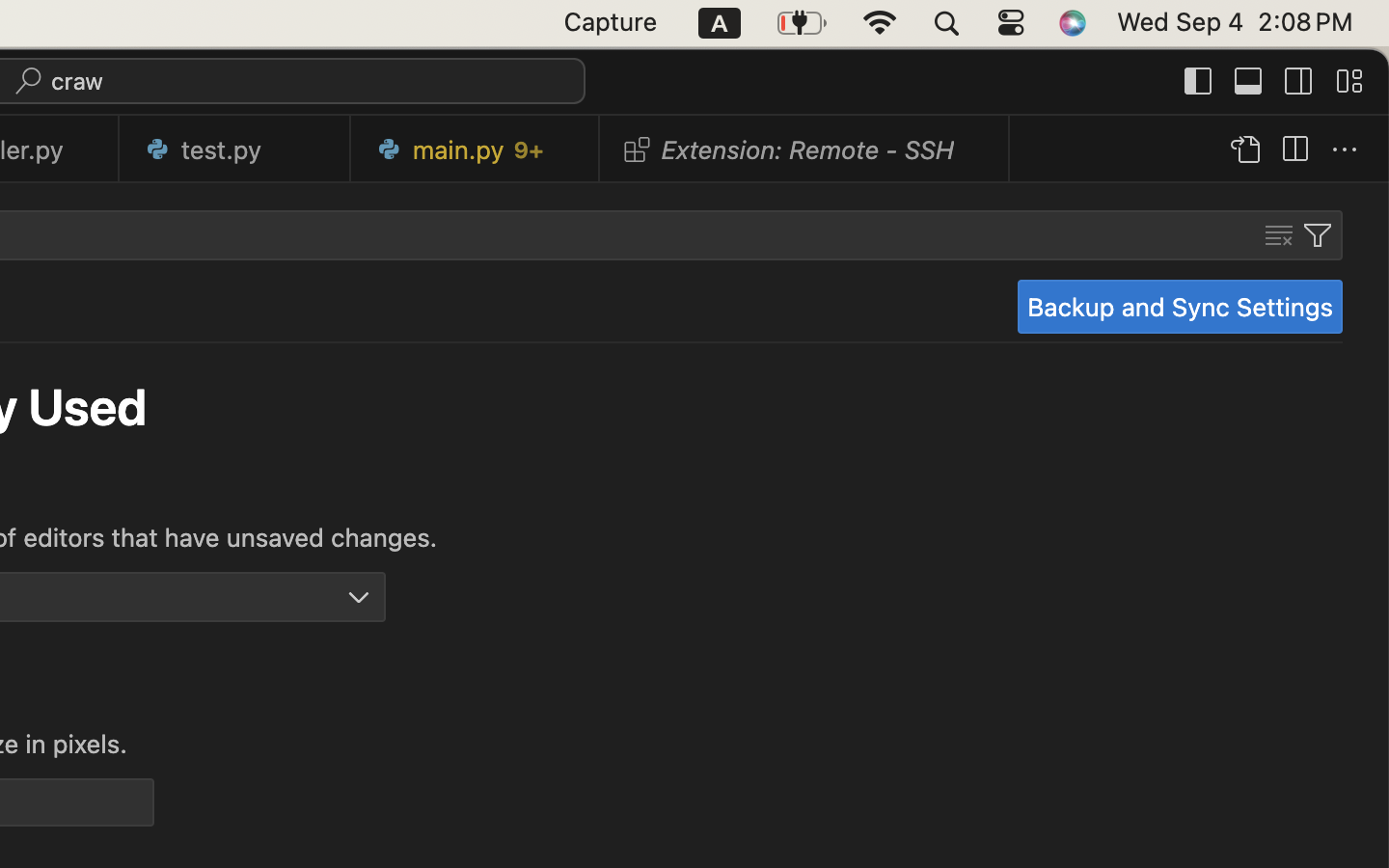 Image resolution: width=1389 pixels, height=868 pixels. What do you see at coordinates (1277, 233) in the screenshot?
I see `''` at bounding box center [1277, 233].